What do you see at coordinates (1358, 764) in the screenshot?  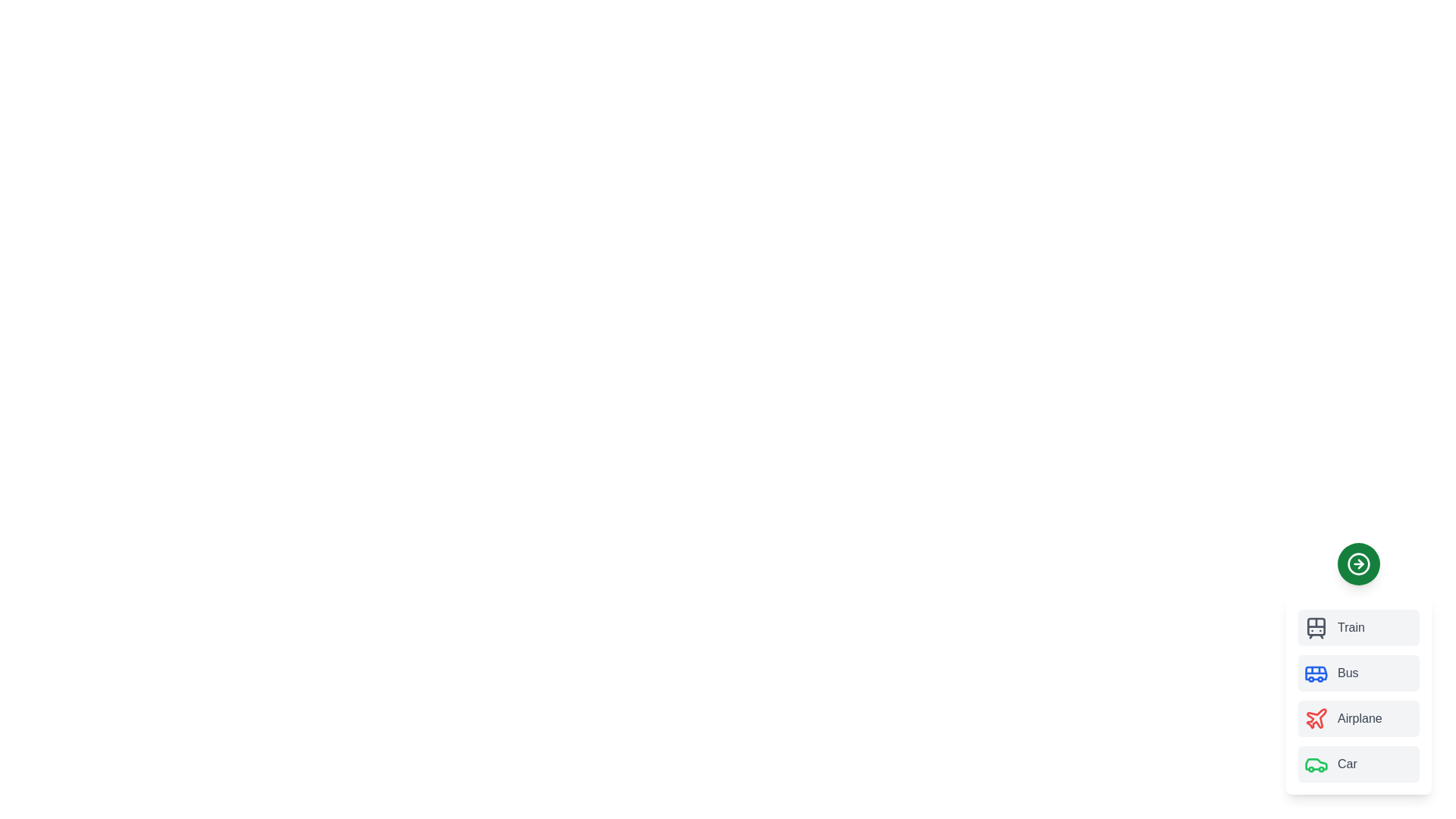 I see `the transport mode Car to trigger its hover effect` at bounding box center [1358, 764].